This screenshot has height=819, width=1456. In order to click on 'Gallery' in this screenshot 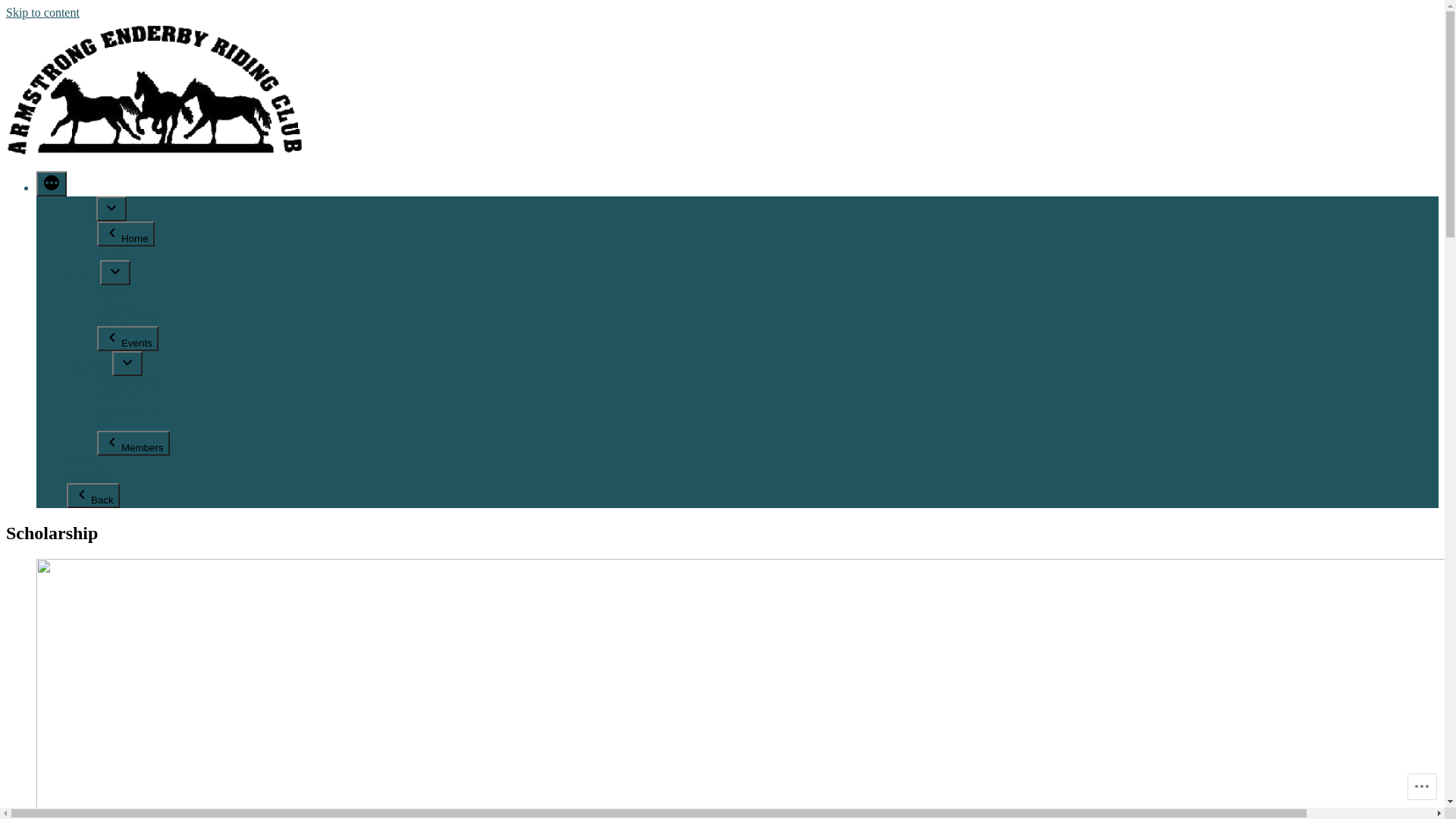, I will do `click(83, 461)`.